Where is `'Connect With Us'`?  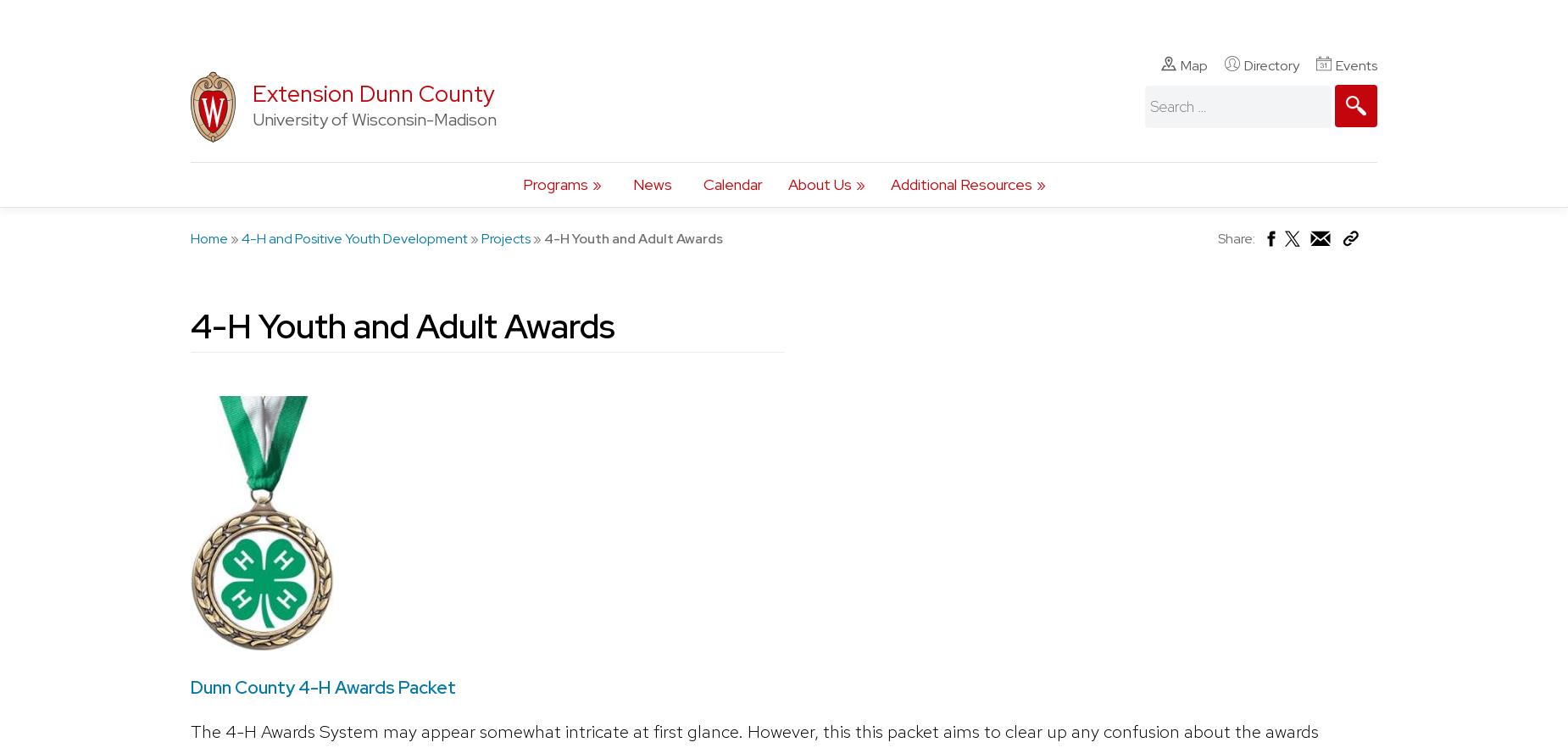 'Connect With Us' is located at coordinates (1368, 18).